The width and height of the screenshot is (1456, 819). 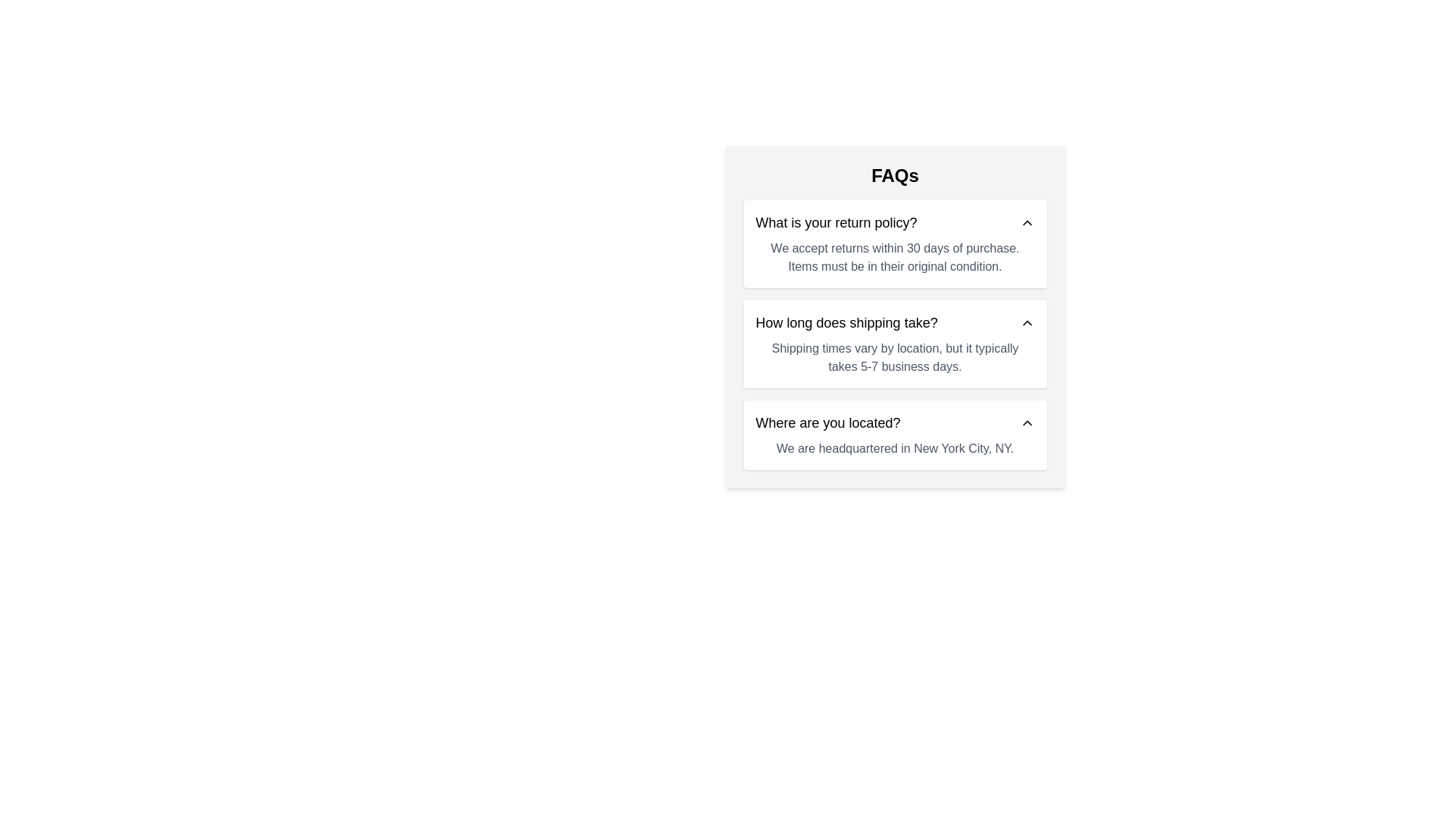 What do you see at coordinates (1027, 322) in the screenshot?
I see `the chevron icon indicating the collapsible state of the FAQ item for 'How long does shipping take?'` at bounding box center [1027, 322].